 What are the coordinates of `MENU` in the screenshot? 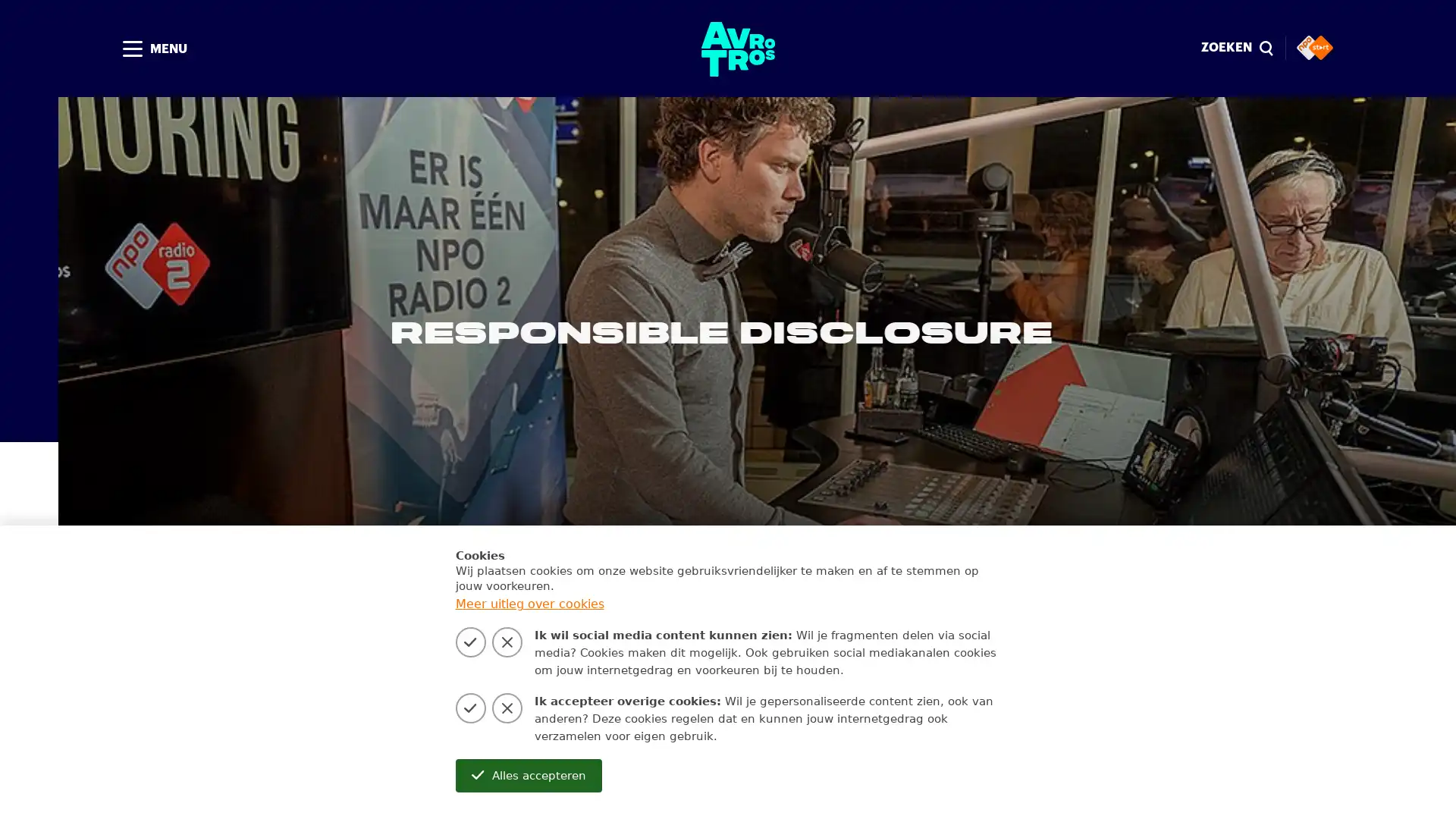 It's located at (153, 48).